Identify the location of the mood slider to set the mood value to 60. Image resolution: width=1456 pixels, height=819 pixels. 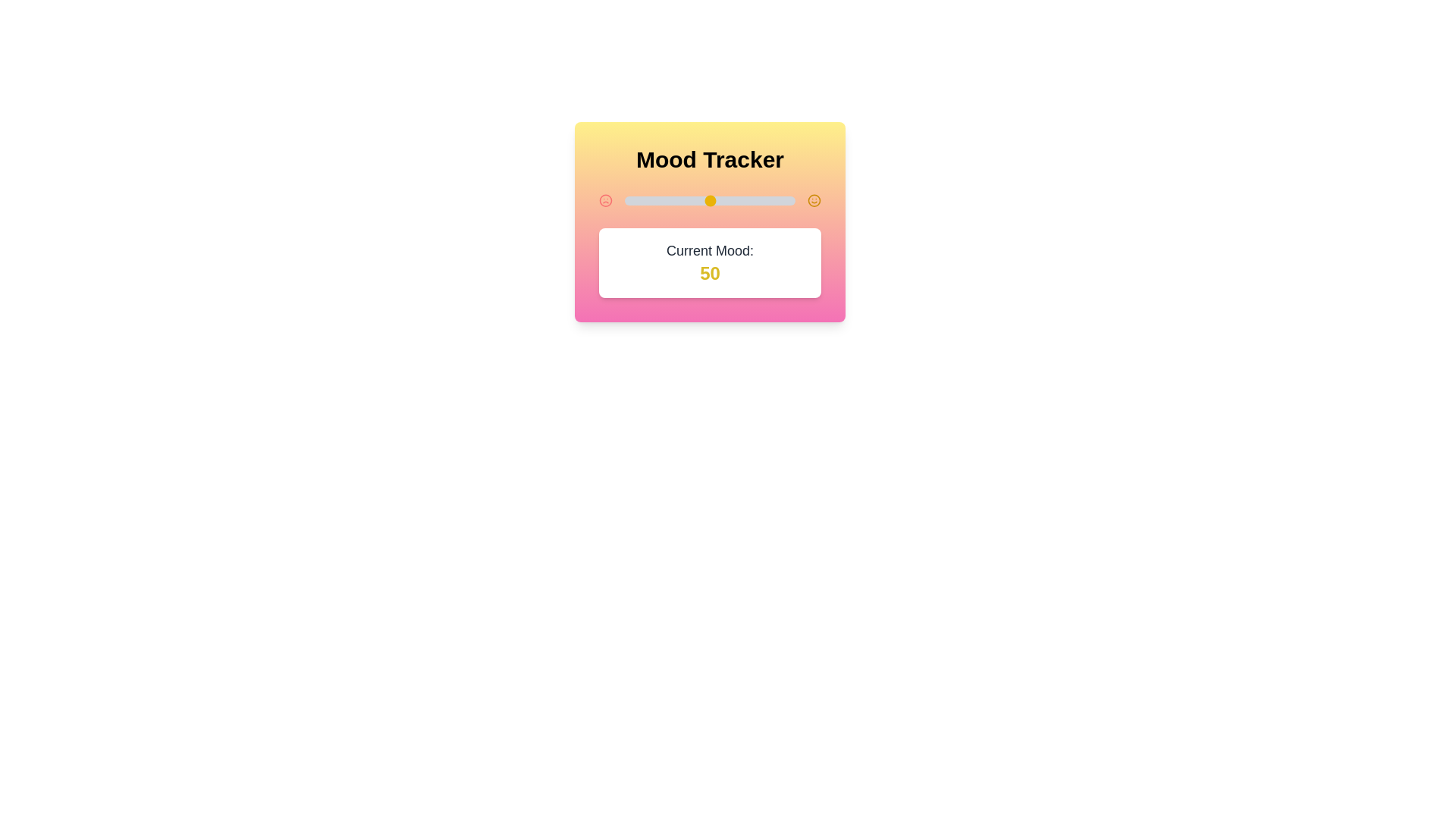
(726, 200).